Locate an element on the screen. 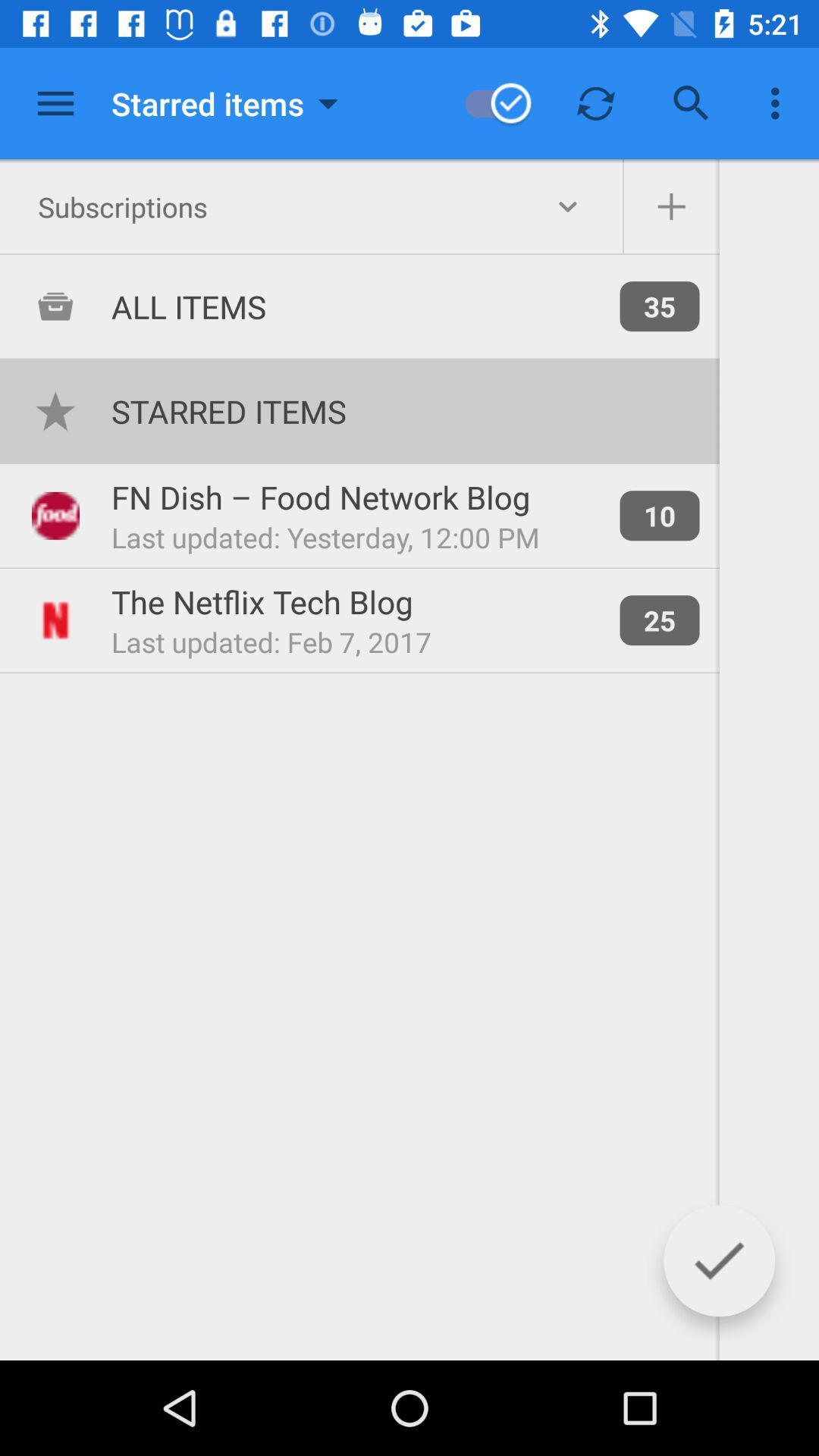  subscriptions is located at coordinates (670, 206).